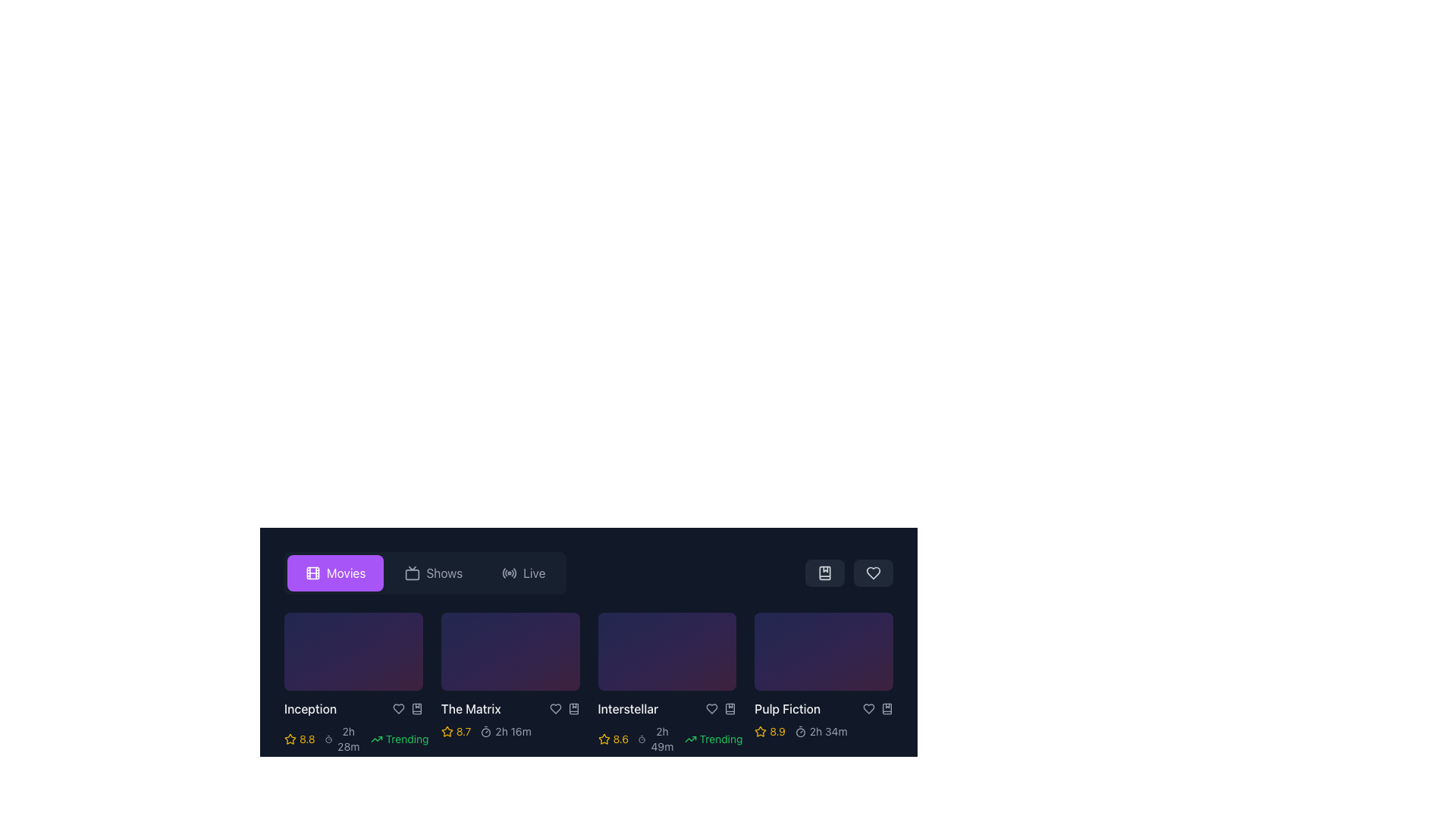 The image size is (1456, 819). What do you see at coordinates (416, 708) in the screenshot?
I see `the bookmark icon located in the bottom navigation section of the movie card for 'The Matrix'` at bounding box center [416, 708].